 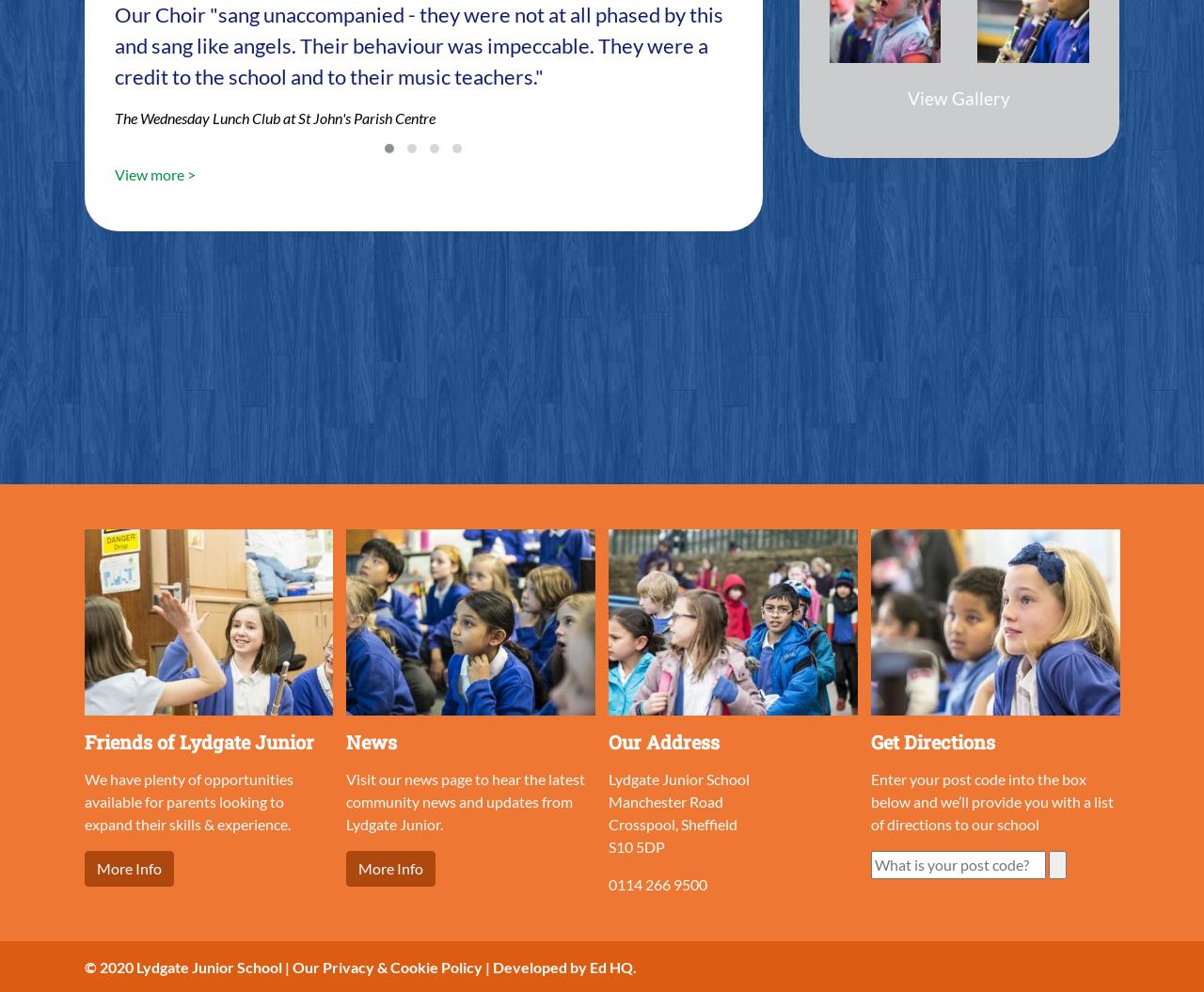 What do you see at coordinates (417, 44) in the screenshot?
I see `'Our Choir "sang unaccompanied - they were not at all phased by this and sang like angels.  Their behaviour was impeccable. They were a credit to the school and to their music teachers."'` at bounding box center [417, 44].